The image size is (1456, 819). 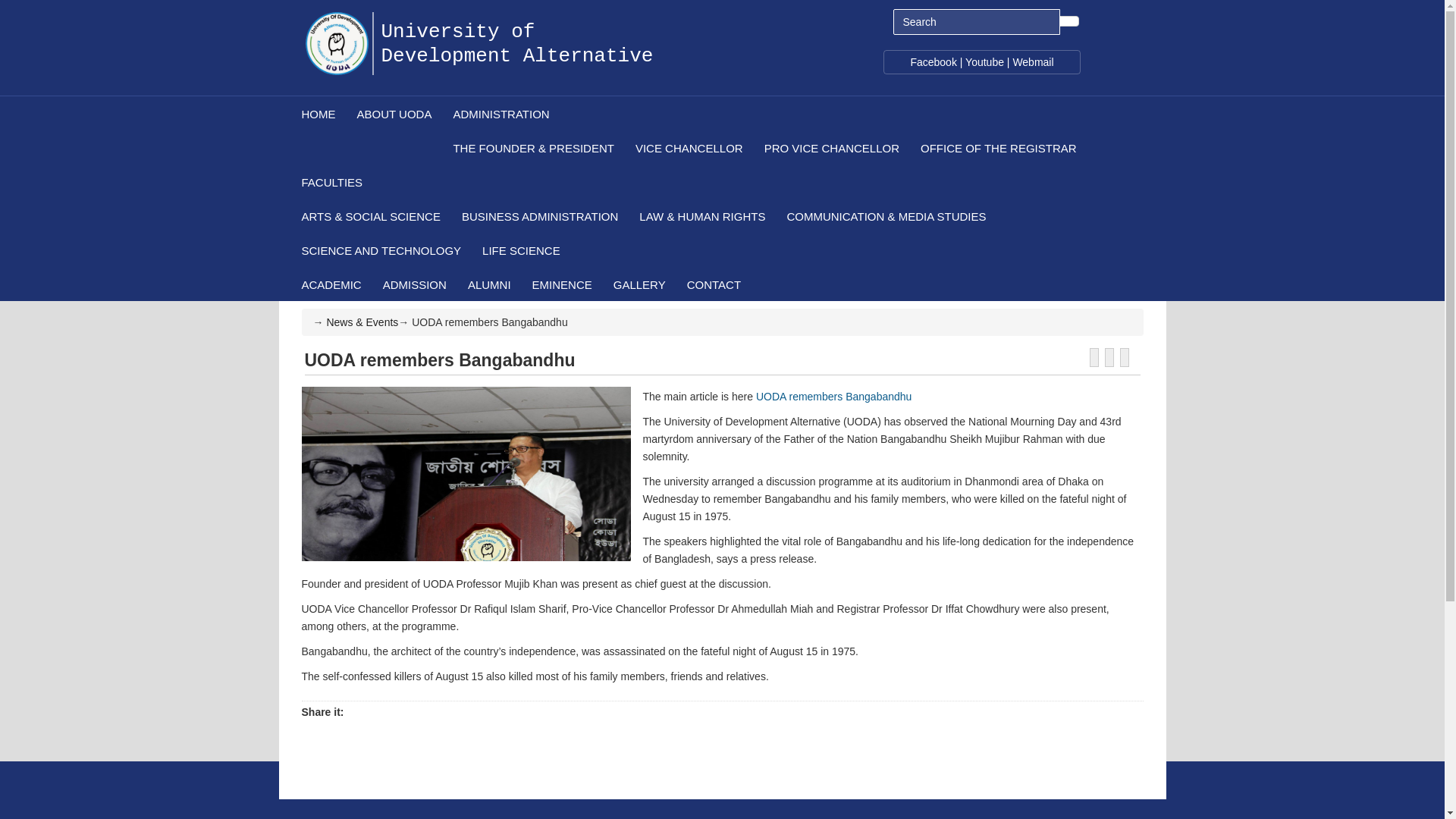 I want to click on 'ACADEMIC', so click(x=290, y=284).